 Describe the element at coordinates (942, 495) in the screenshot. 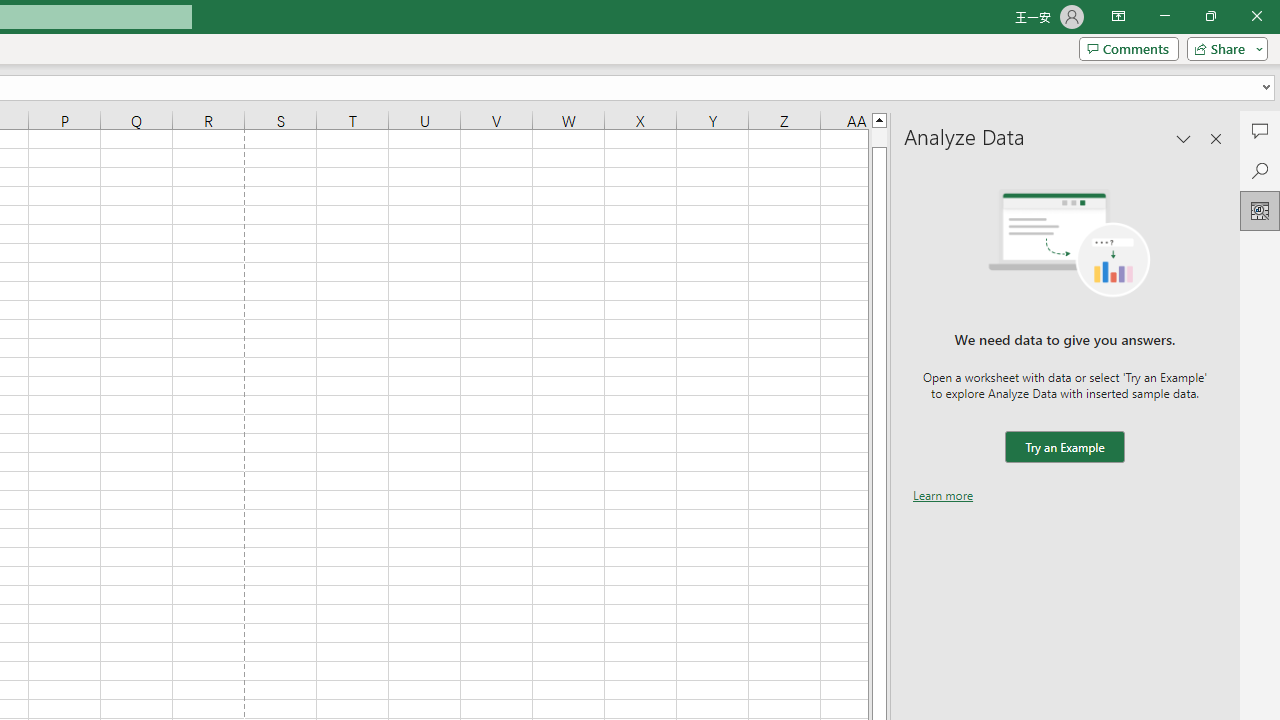

I see `'Learn more'` at that location.